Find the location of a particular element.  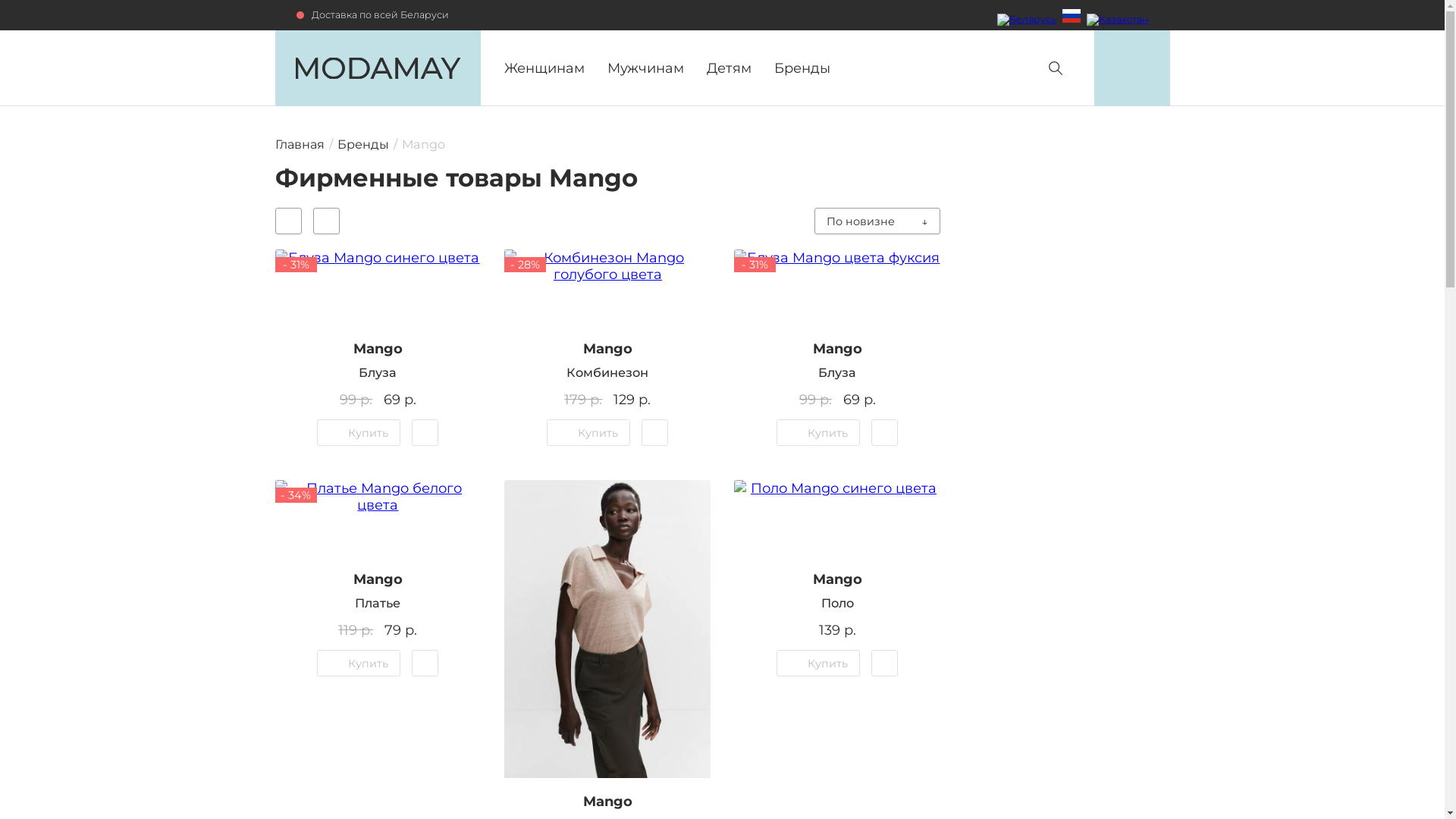

'Mango' is located at coordinates (607, 348).